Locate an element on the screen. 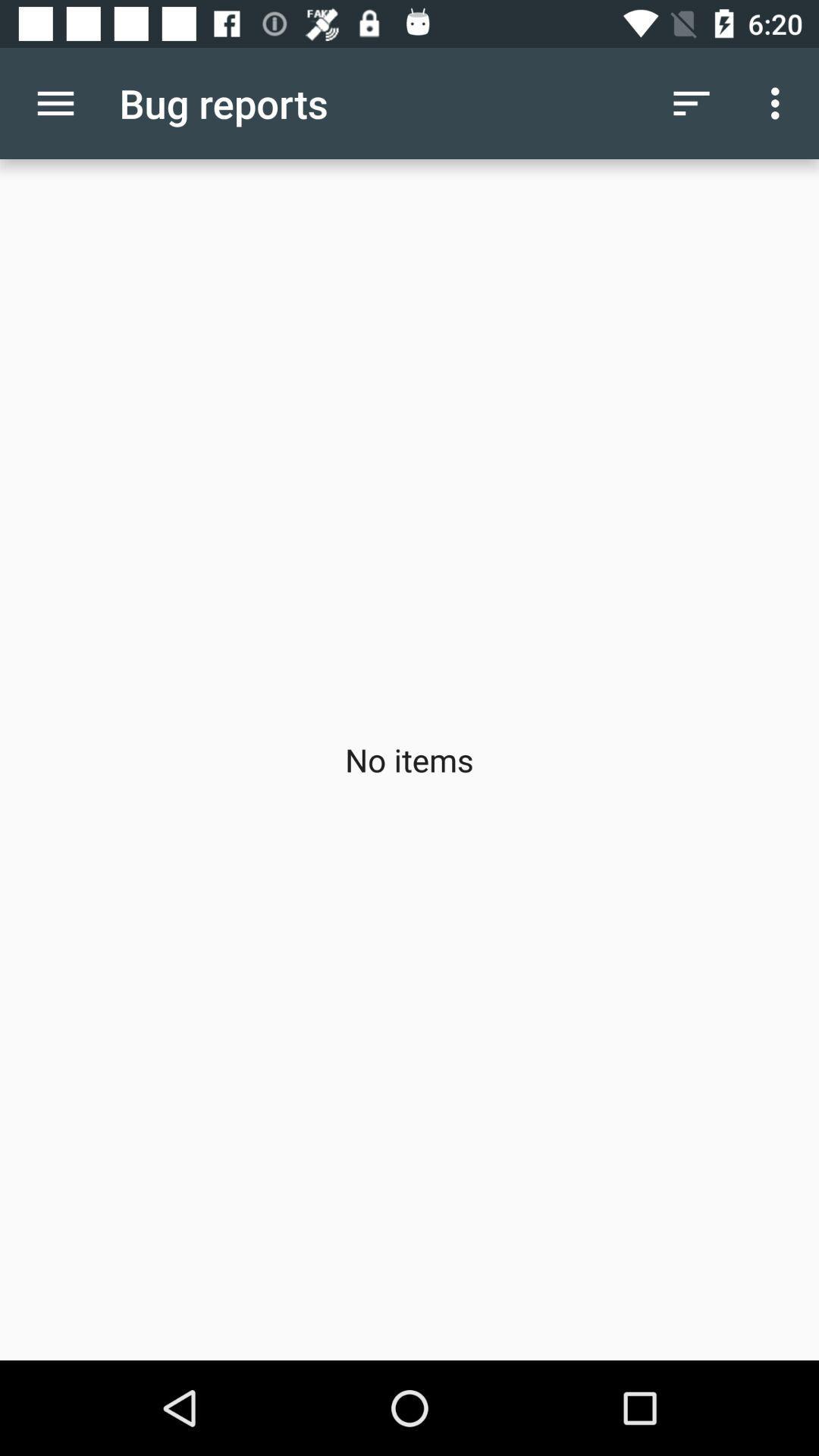 The width and height of the screenshot is (819, 1456). the app next to bug reports icon is located at coordinates (55, 102).